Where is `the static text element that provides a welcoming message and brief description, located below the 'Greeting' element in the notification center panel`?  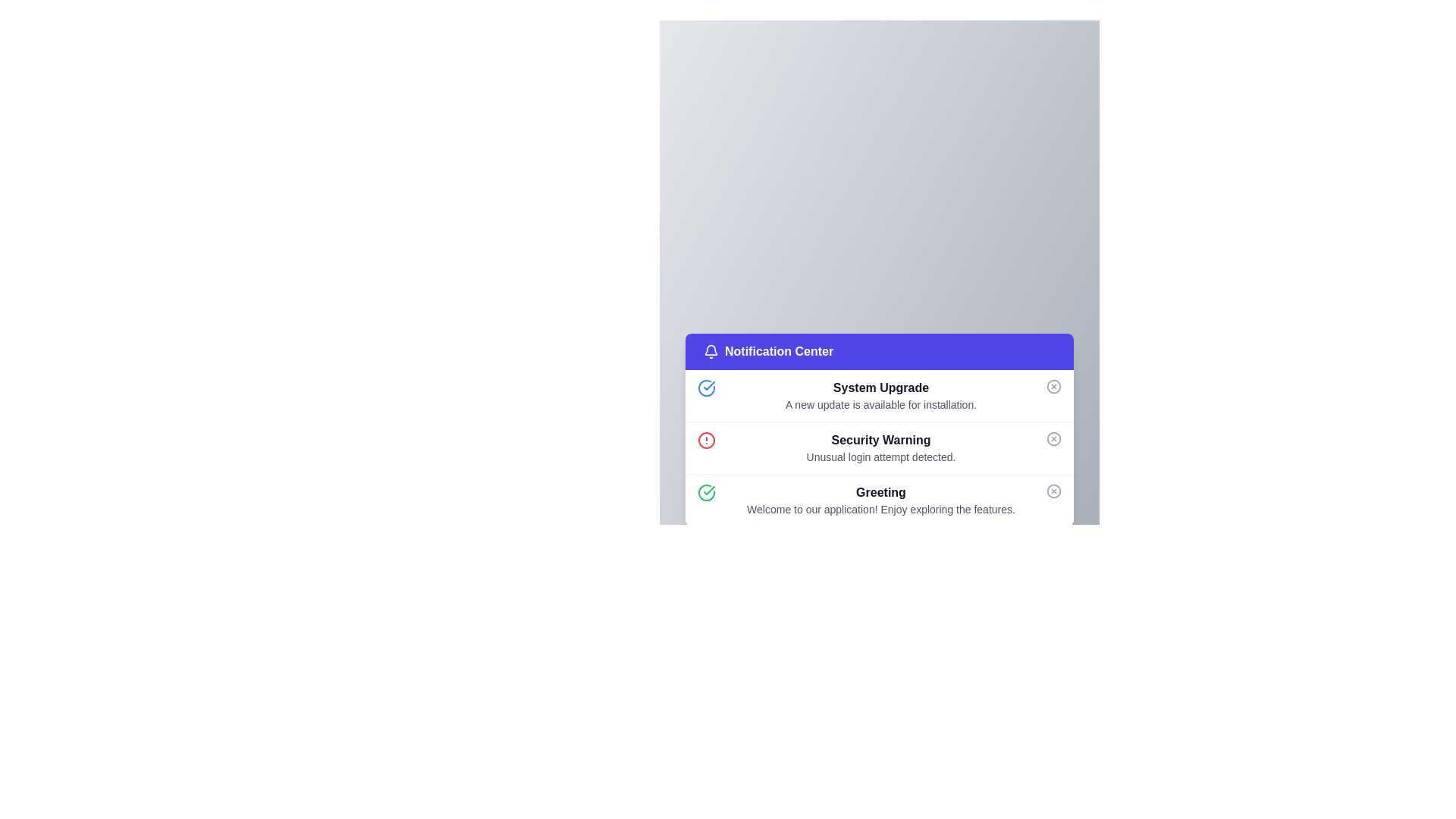
the static text element that provides a welcoming message and brief description, located below the 'Greeting' element in the notification center panel is located at coordinates (880, 509).